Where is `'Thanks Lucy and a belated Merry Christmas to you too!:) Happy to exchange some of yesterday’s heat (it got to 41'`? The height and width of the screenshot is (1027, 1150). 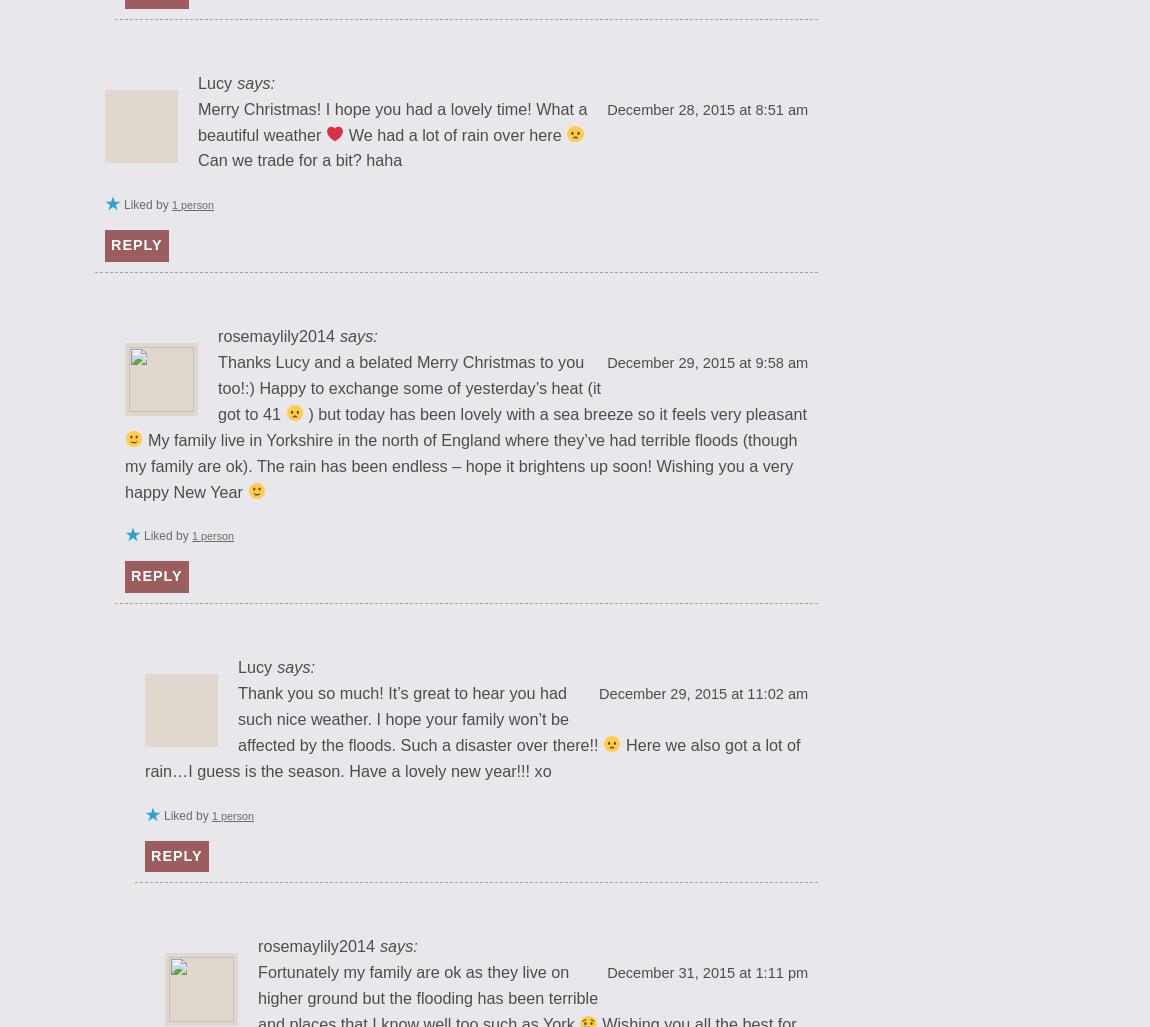 'Thanks Lucy and a belated Merry Christmas to you too!:) Happy to exchange some of yesterday’s heat (it got to 41' is located at coordinates (409, 386).